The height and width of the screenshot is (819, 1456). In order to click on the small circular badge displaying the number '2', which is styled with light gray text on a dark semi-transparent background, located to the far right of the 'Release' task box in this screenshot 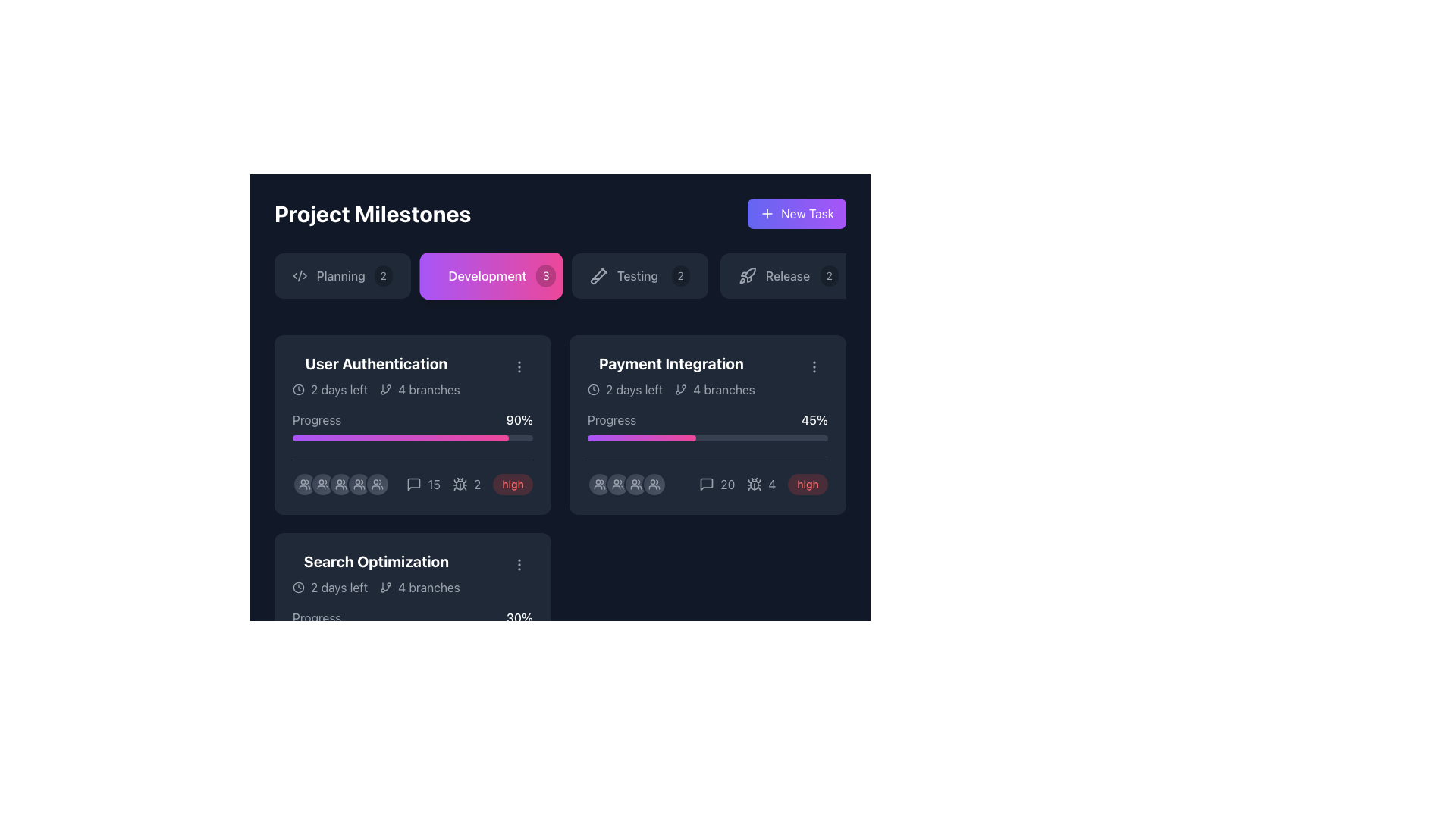, I will do `click(828, 275)`.